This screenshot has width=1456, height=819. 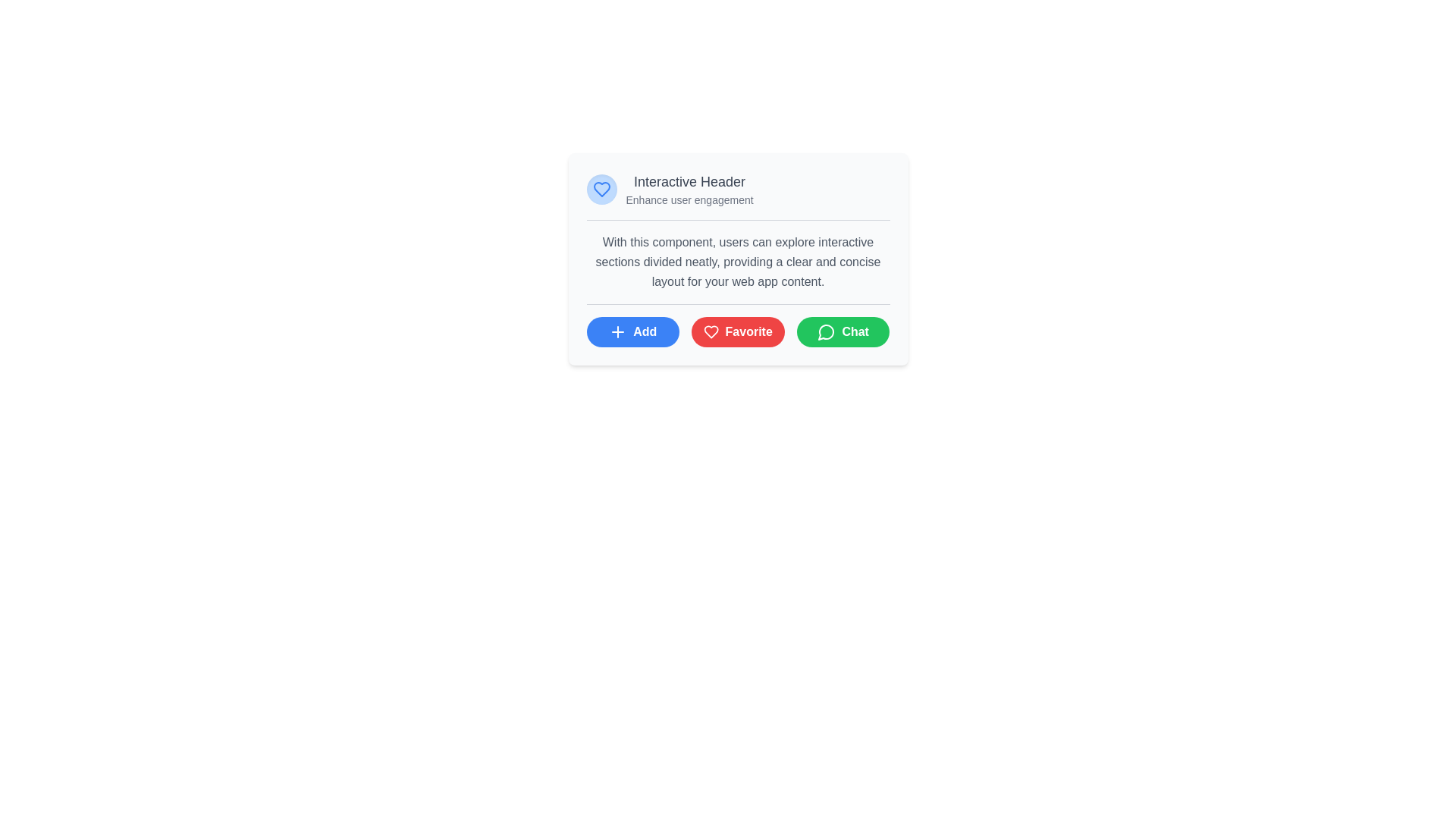 I want to click on the circular icon with a speech bubble design on a green background, which is located to the left of the text 'Chat' in the rounded green button, so click(x=826, y=331).